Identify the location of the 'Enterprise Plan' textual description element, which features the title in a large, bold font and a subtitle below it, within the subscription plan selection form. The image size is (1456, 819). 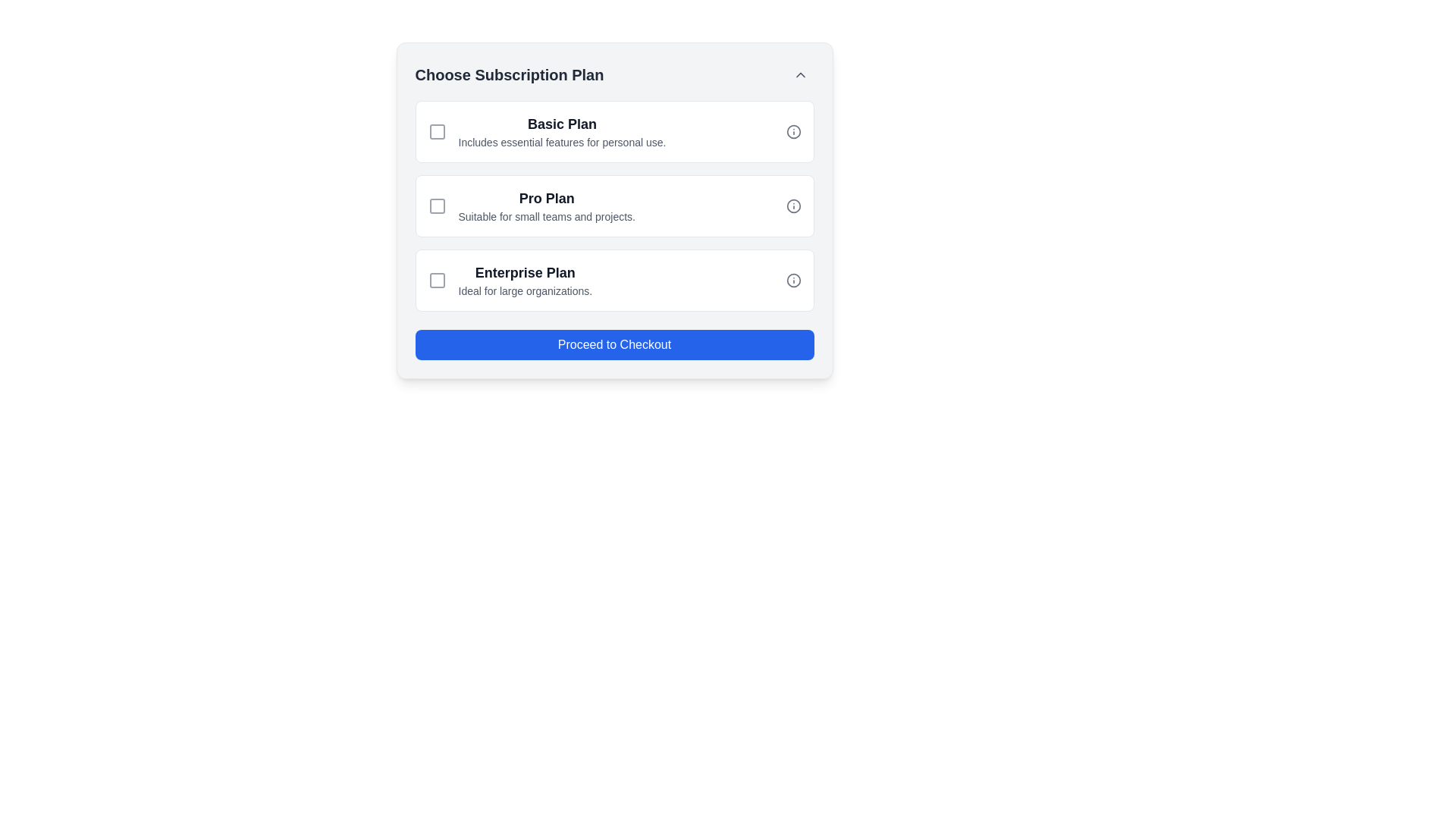
(525, 281).